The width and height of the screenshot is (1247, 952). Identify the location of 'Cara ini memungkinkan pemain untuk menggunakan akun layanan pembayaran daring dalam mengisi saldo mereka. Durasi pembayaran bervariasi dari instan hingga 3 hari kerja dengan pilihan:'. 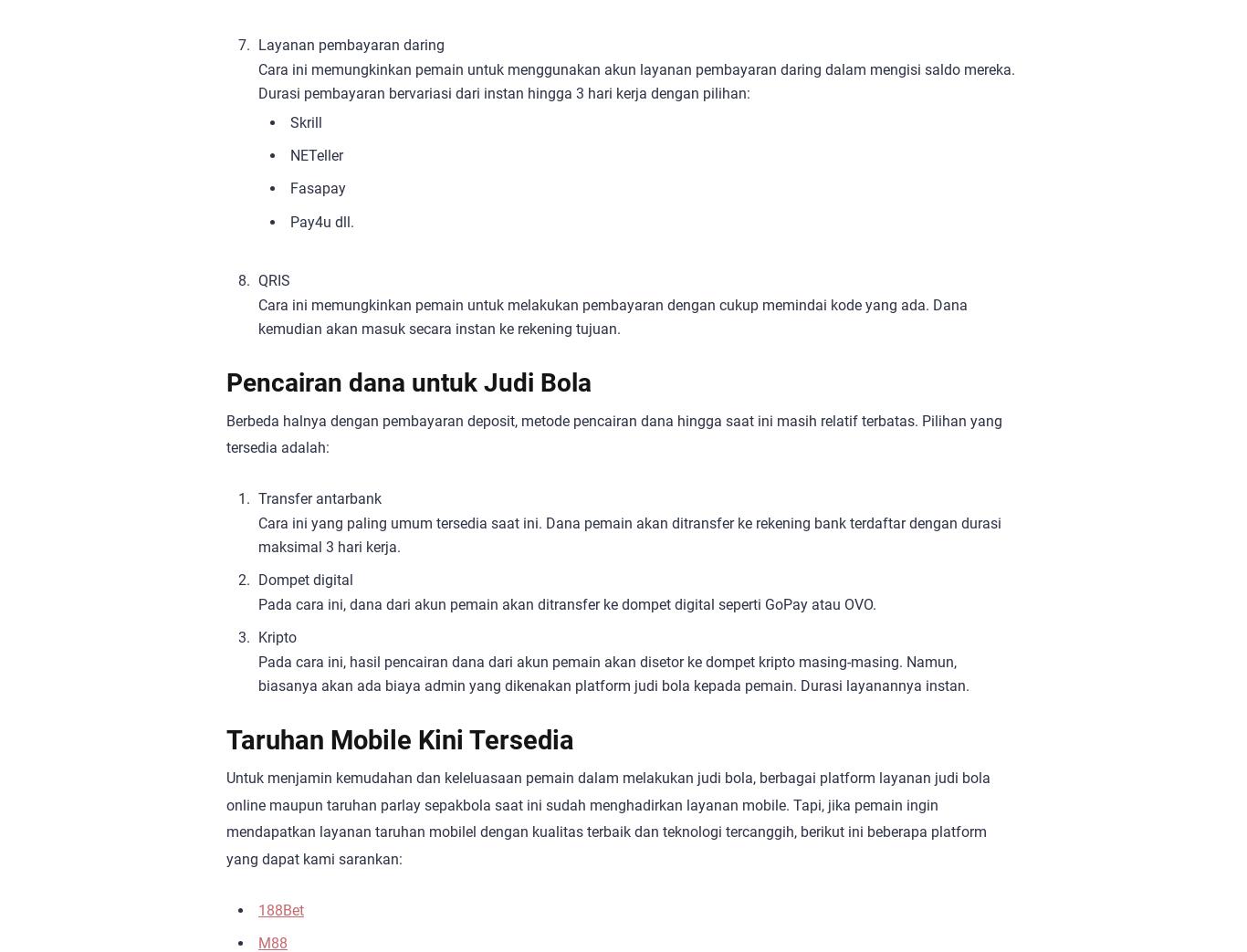
(636, 80).